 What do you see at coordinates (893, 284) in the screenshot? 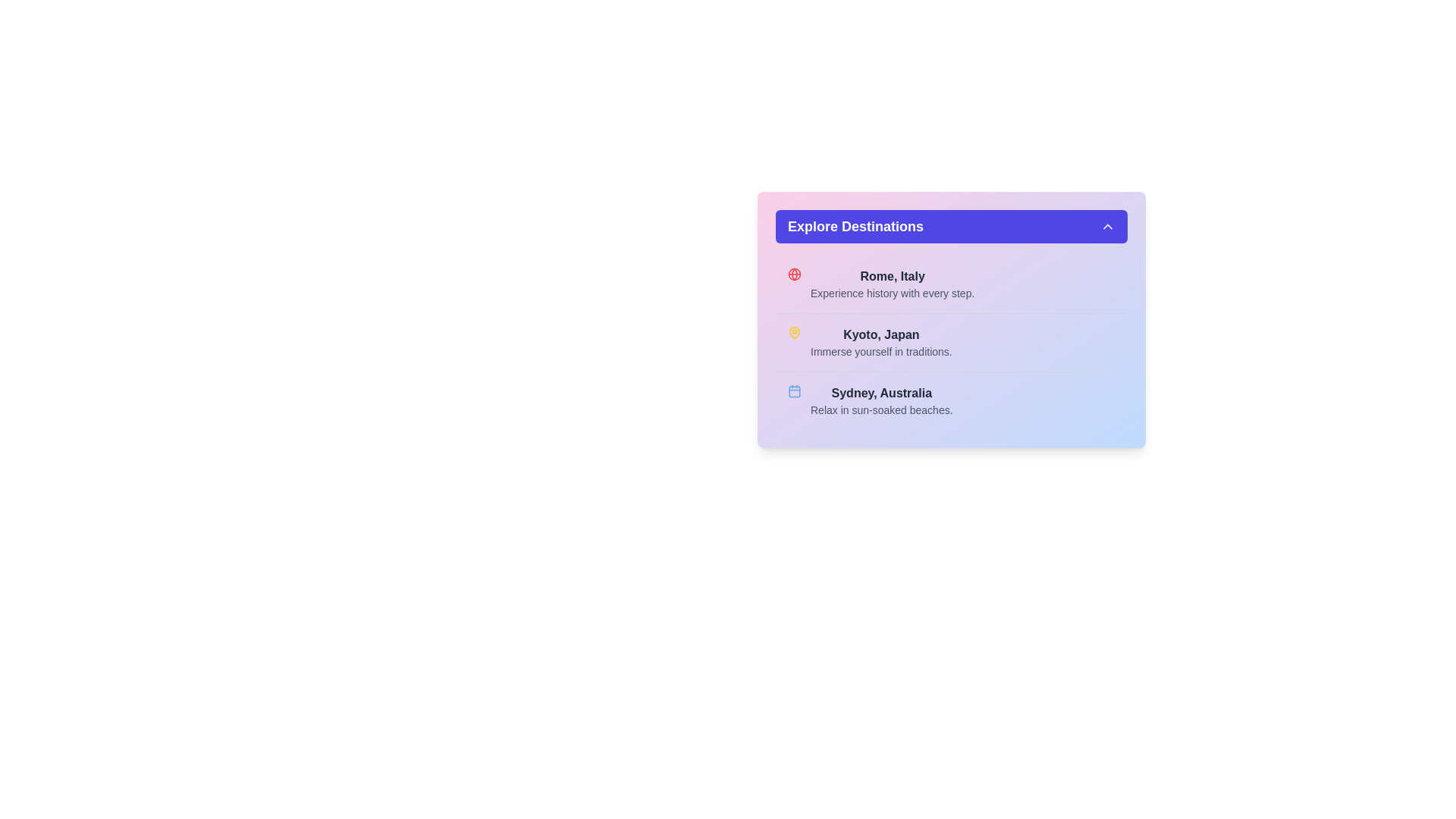
I see `the text block presenting information about the travel destination Rome, Italy` at bounding box center [893, 284].